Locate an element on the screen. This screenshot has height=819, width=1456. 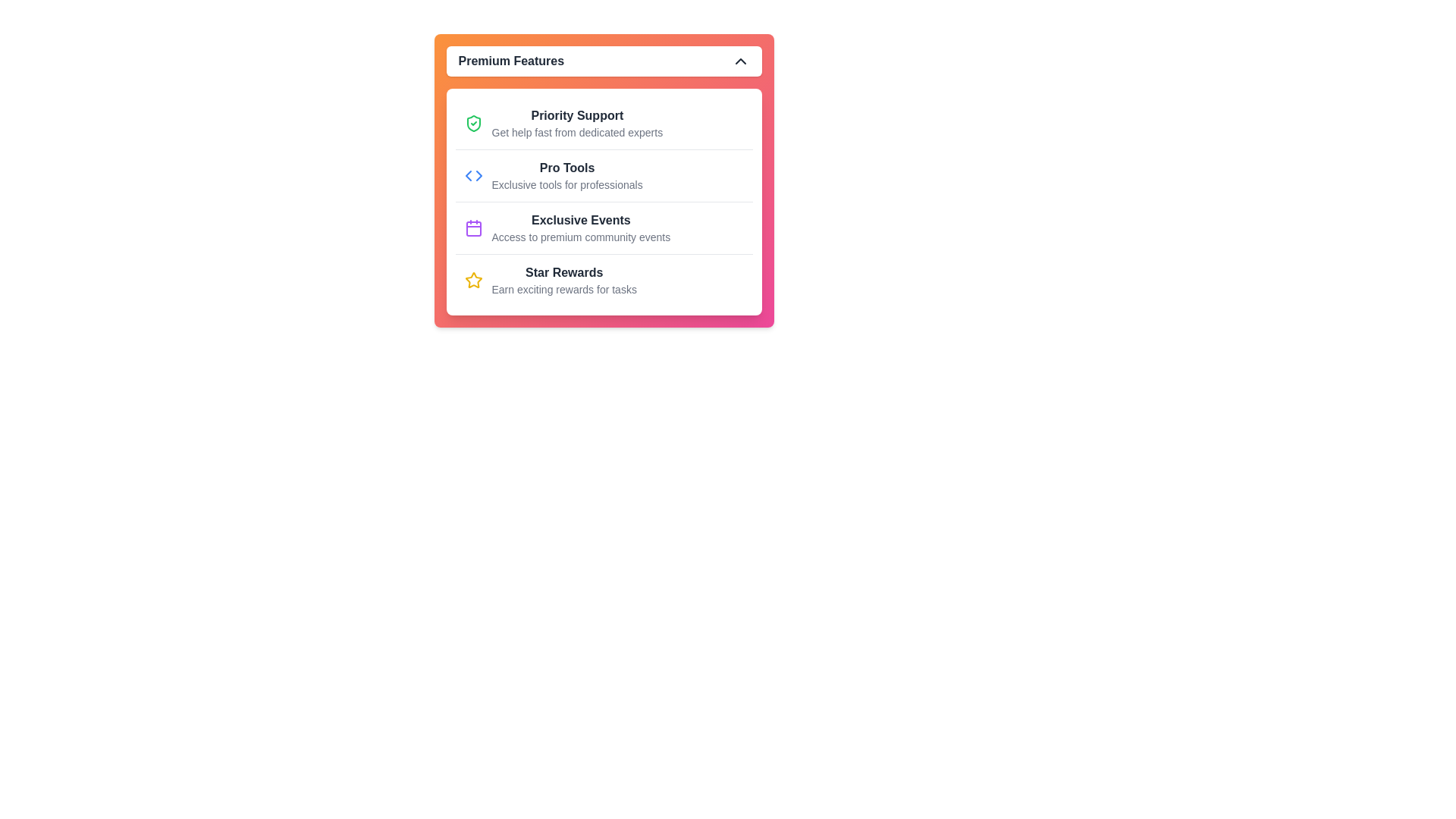
the text label displaying 'Exclusive tools for professionals', located beneath the 'Pro Tools' heading in the 'Premium Features' section is located at coordinates (566, 184).